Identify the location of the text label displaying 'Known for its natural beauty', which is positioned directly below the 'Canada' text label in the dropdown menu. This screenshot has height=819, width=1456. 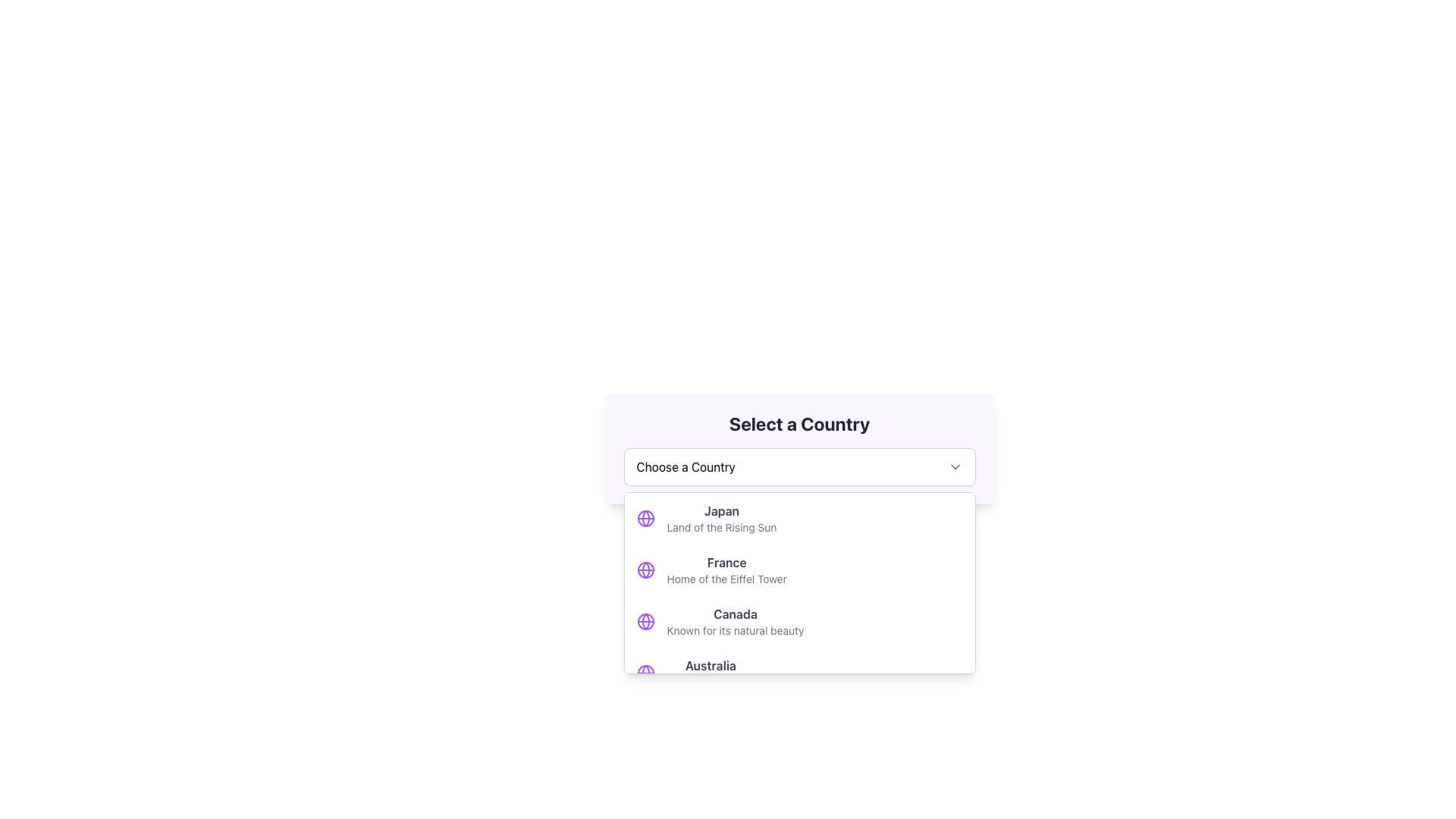
(735, 631).